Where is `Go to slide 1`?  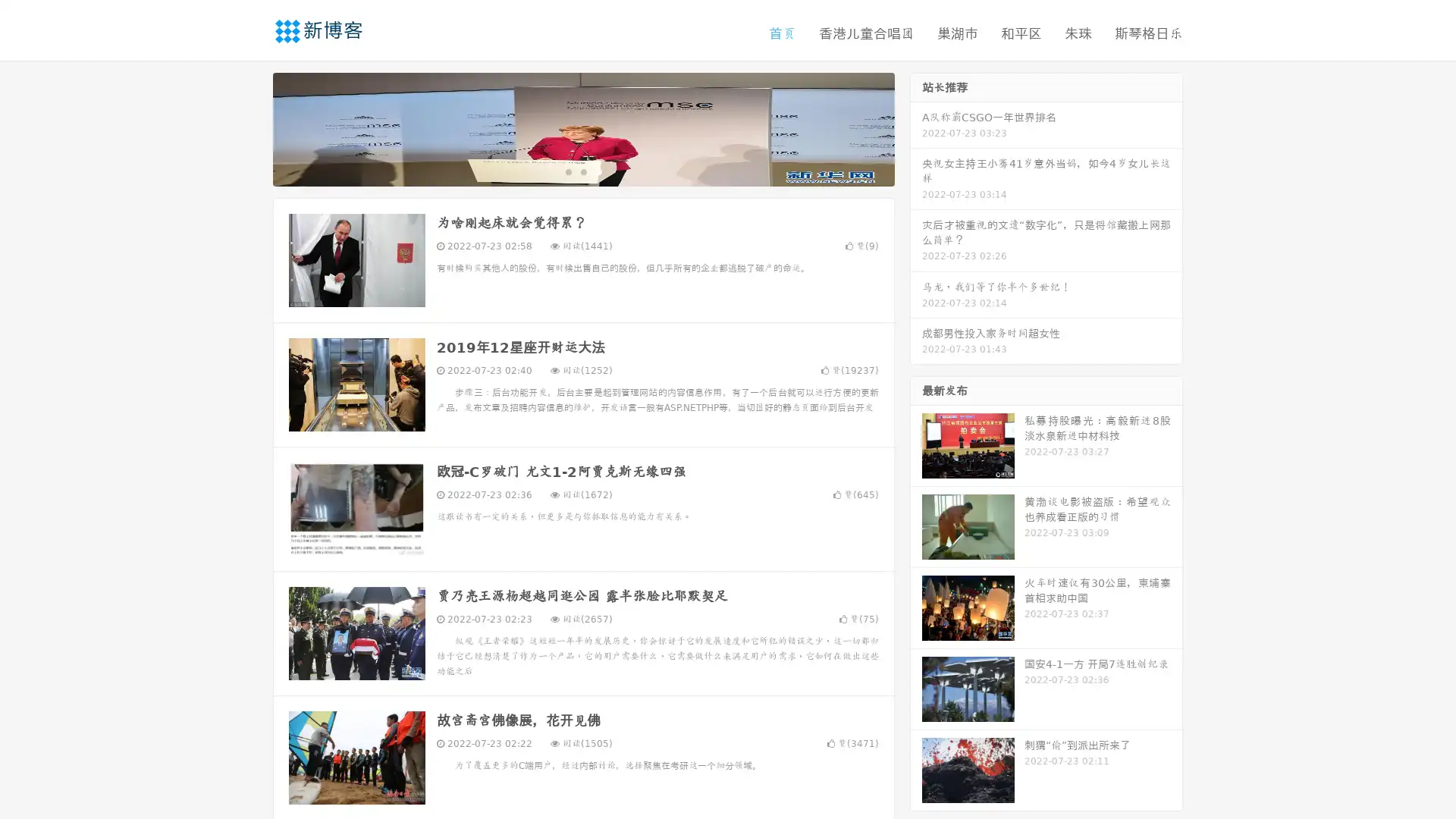 Go to slide 1 is located at coordinates (567, 171).